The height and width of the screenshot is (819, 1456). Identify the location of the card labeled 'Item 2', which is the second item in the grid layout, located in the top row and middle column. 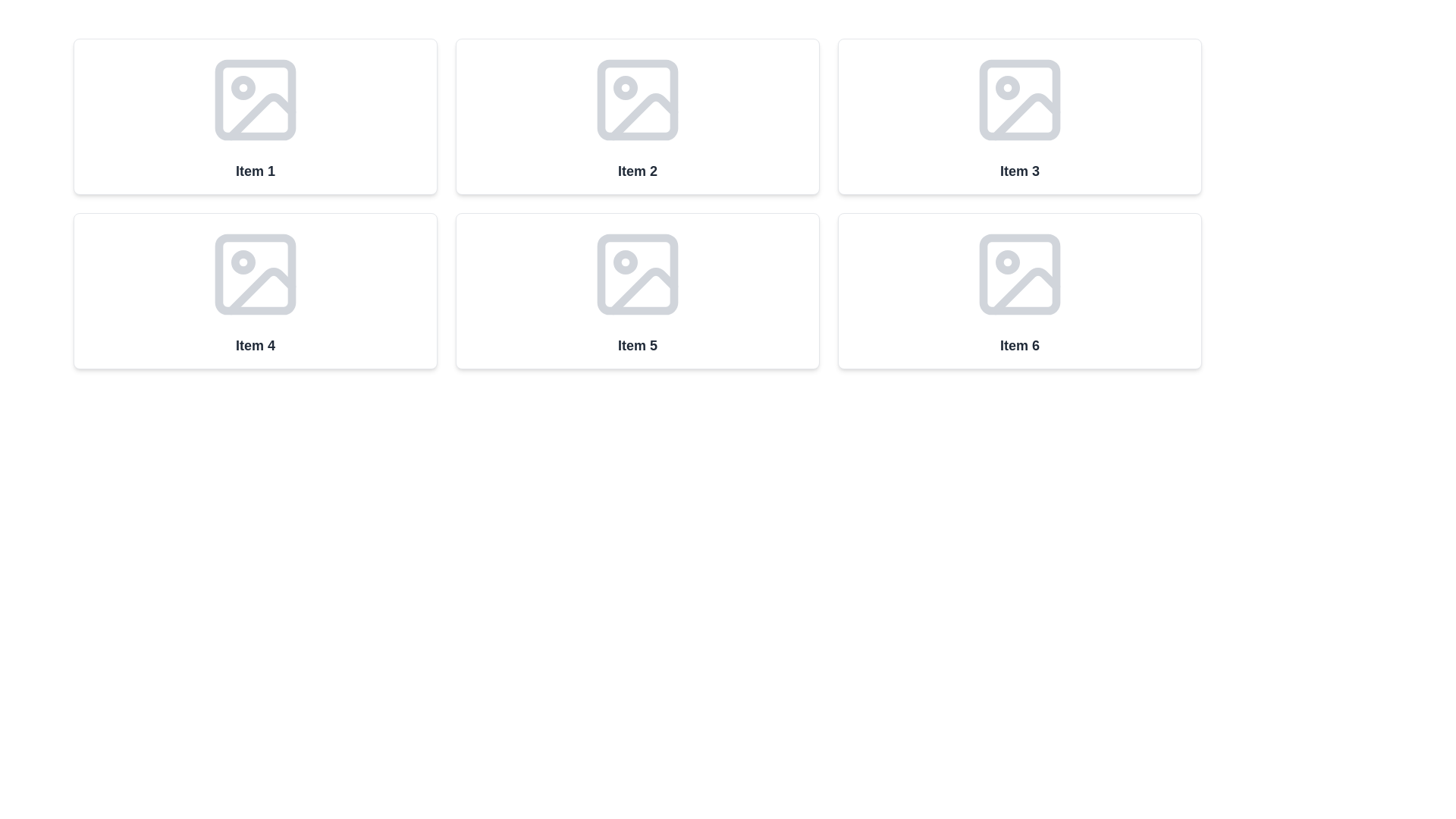
(637, 116).